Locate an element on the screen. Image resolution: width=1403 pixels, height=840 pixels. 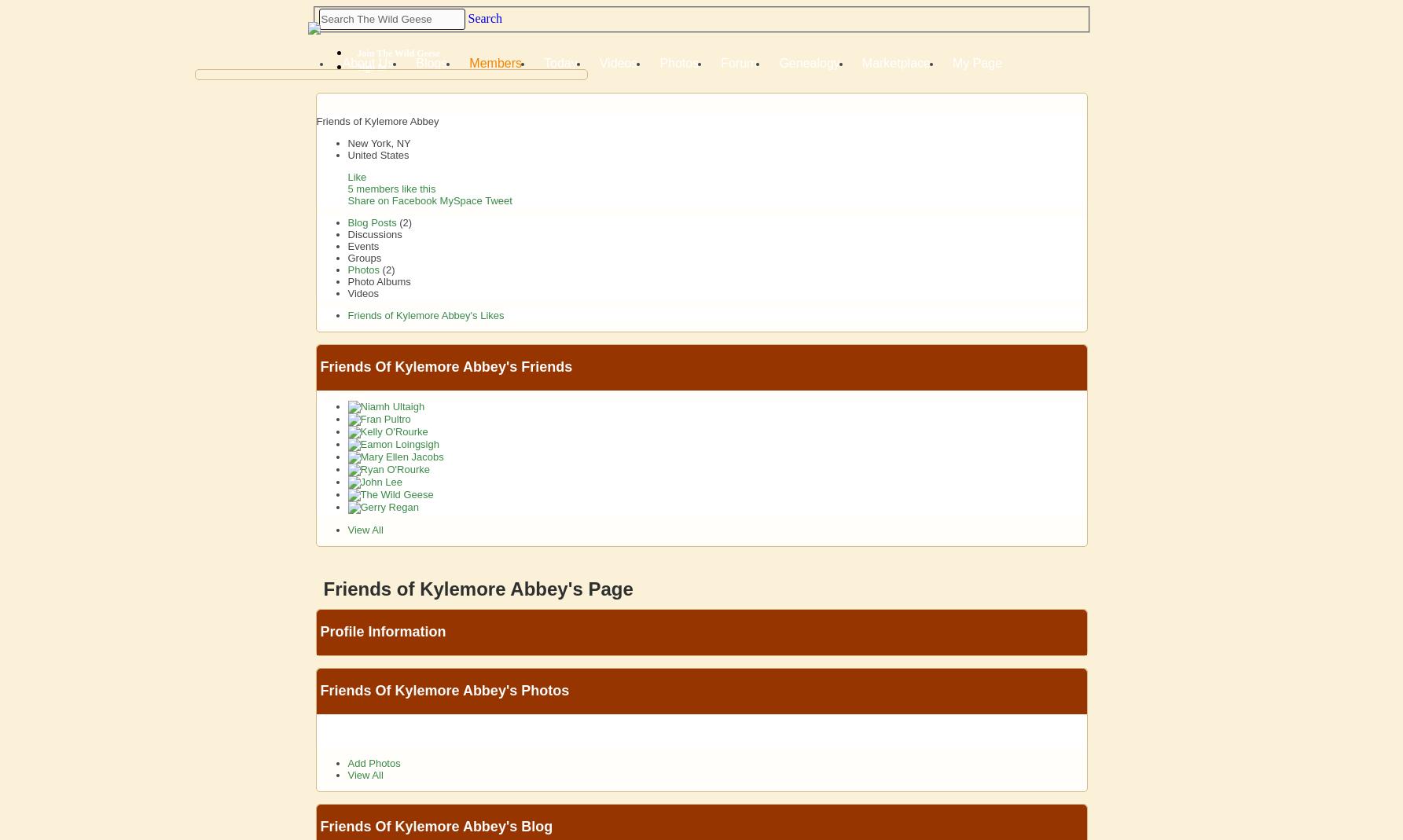
'Add Photos' is located at coordinates (346, 762).